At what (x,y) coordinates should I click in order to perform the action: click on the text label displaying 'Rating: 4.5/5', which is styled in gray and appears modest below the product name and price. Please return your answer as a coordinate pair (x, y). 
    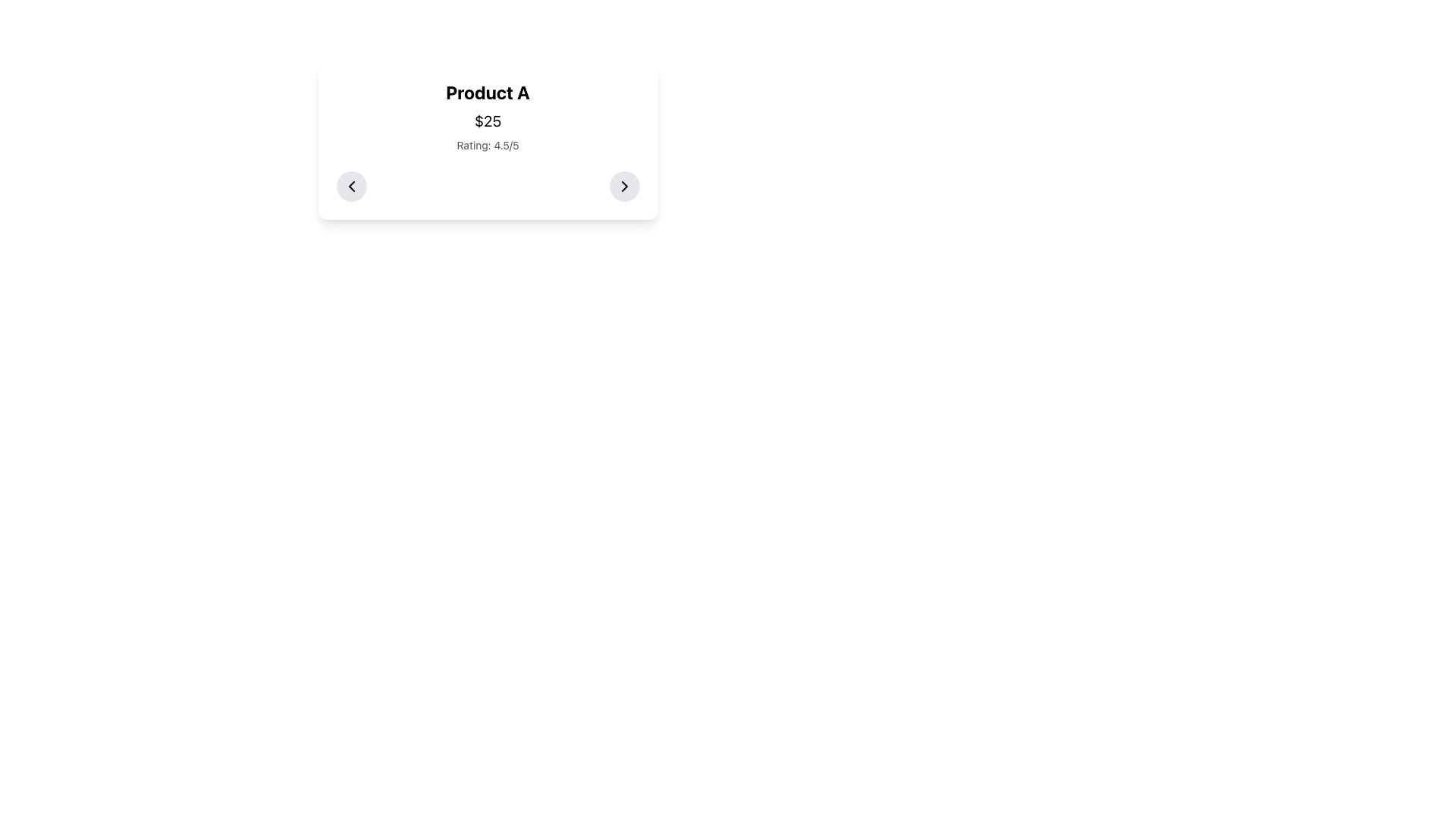
    Looking at the image, I should click on (488, 146).